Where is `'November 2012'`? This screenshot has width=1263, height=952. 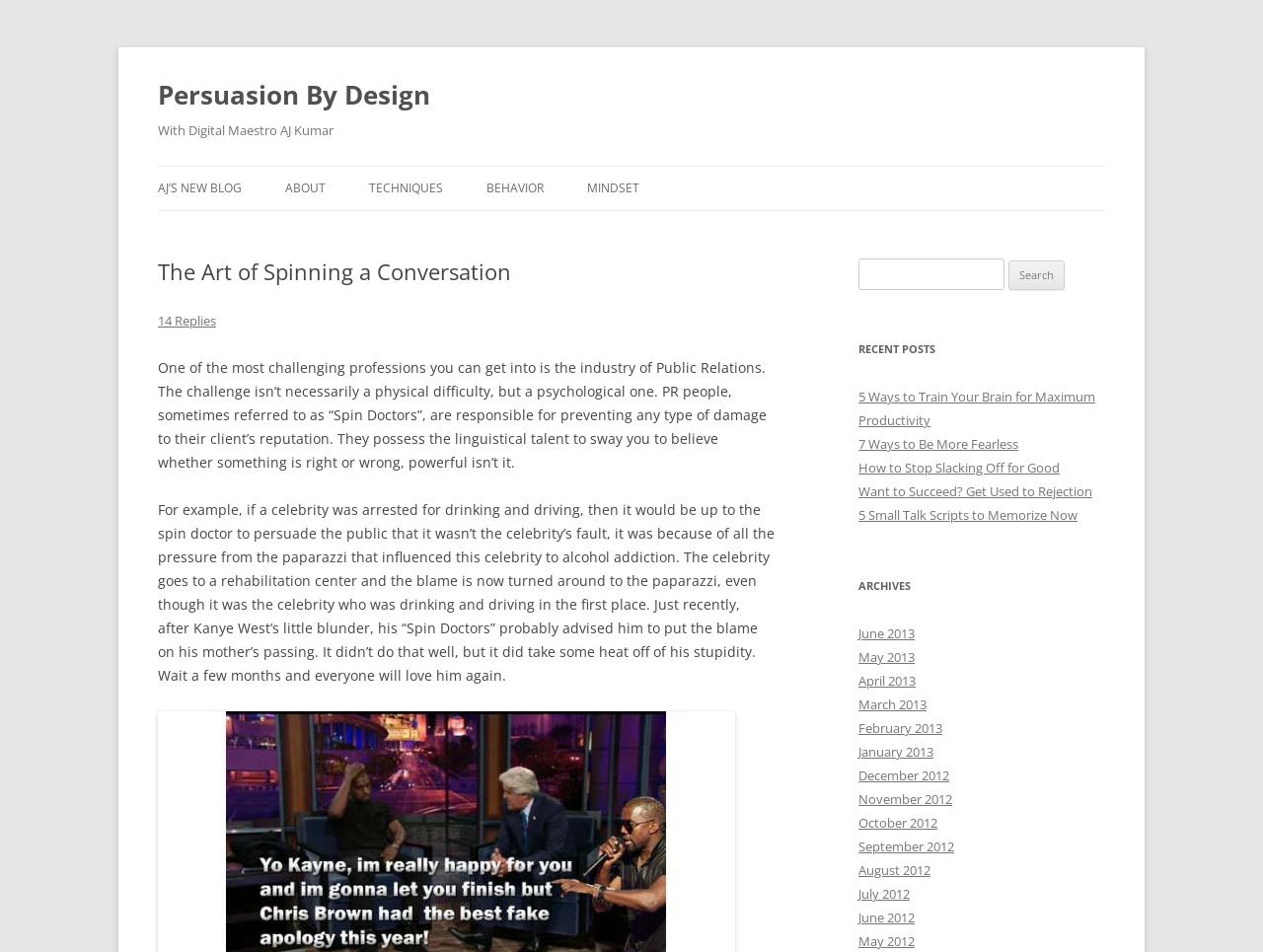
'November 2012' is located at coordinates (904, 799).